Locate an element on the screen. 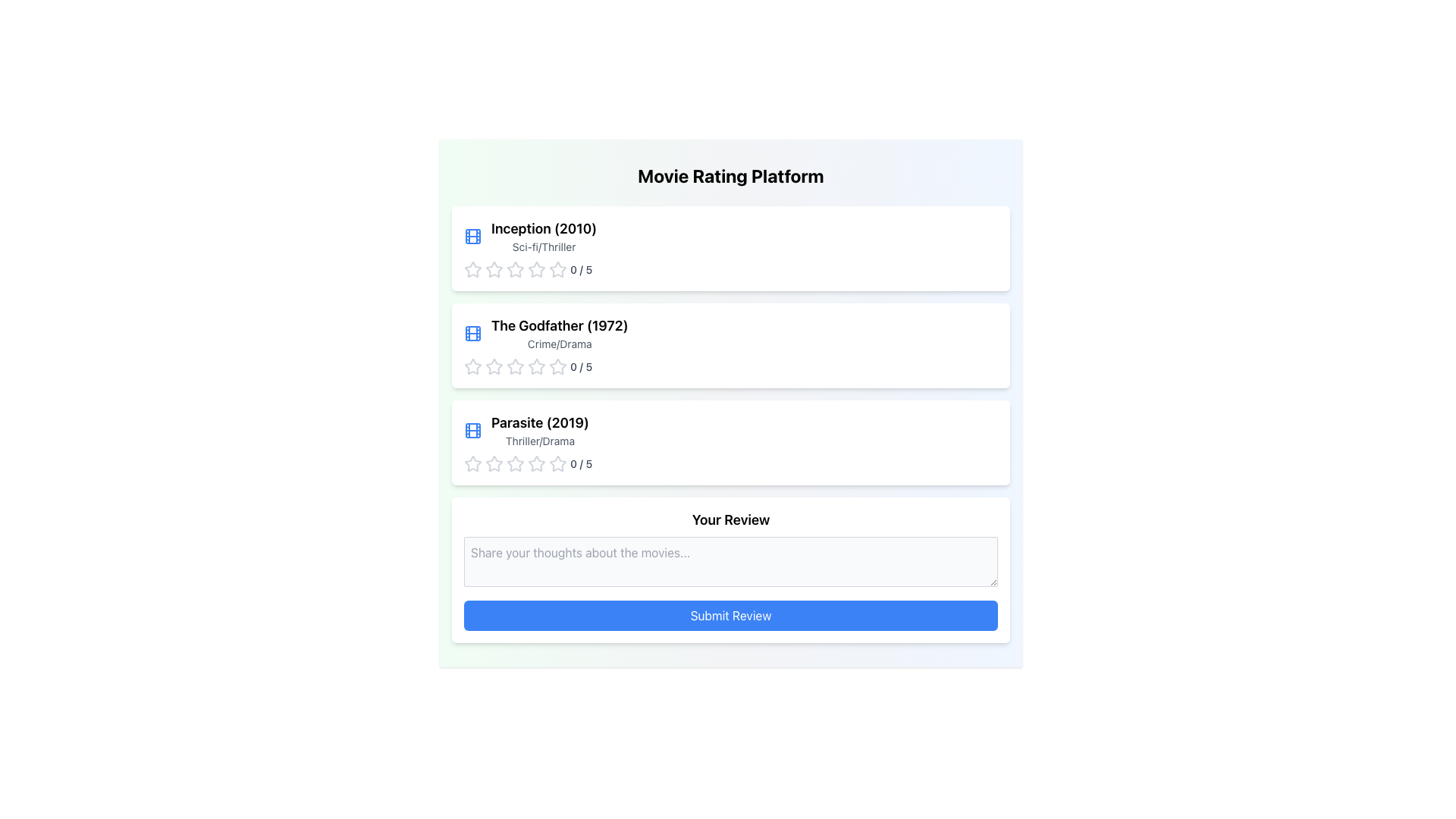 The width and height of the screenshot is (1456, 819). the submit button located in the 'Your Review' section, positioned directly below the text input box is located at coordinates (731, 616).